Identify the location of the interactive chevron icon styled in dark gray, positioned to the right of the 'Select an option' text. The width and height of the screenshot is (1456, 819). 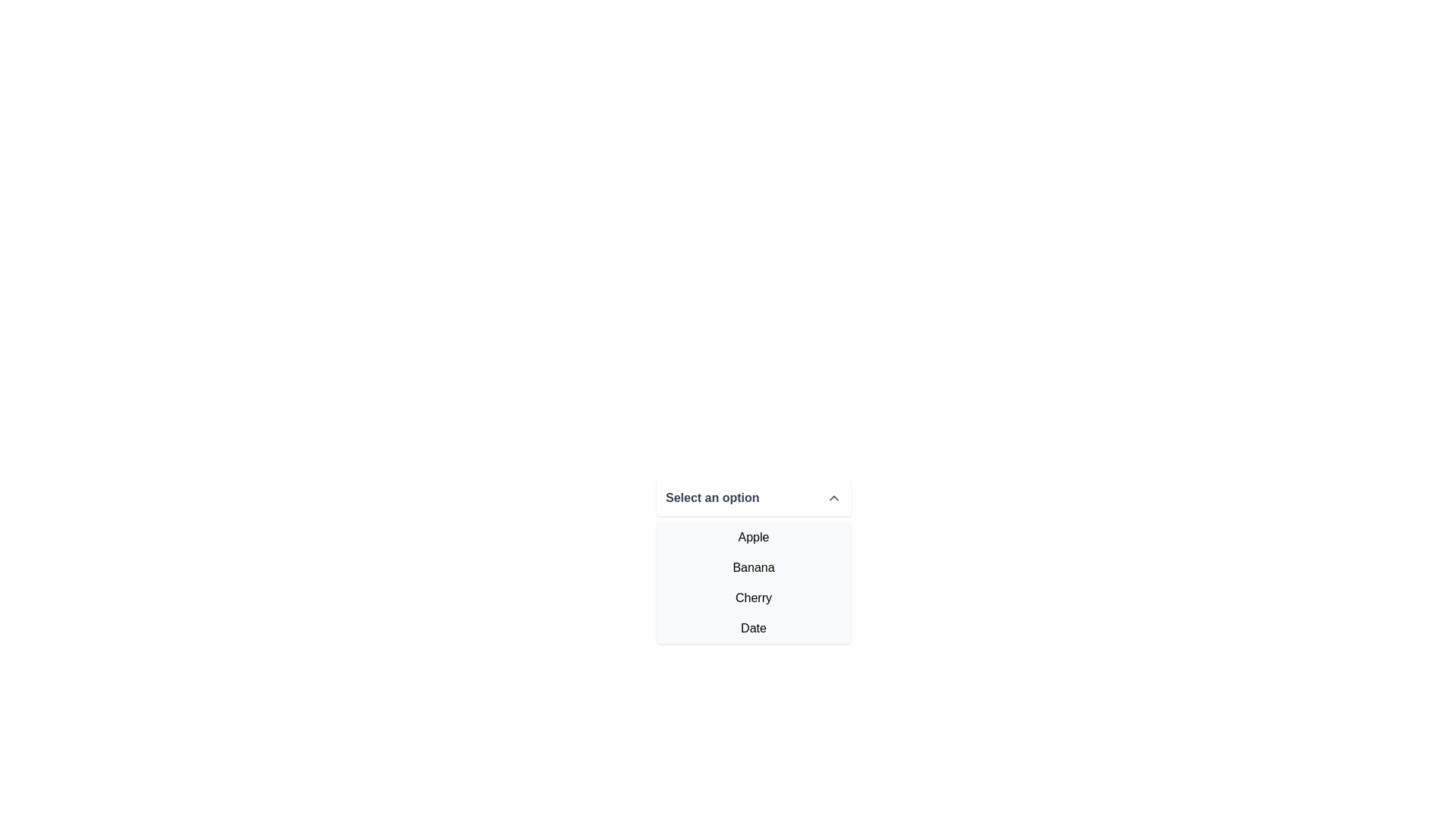
(833, 497).